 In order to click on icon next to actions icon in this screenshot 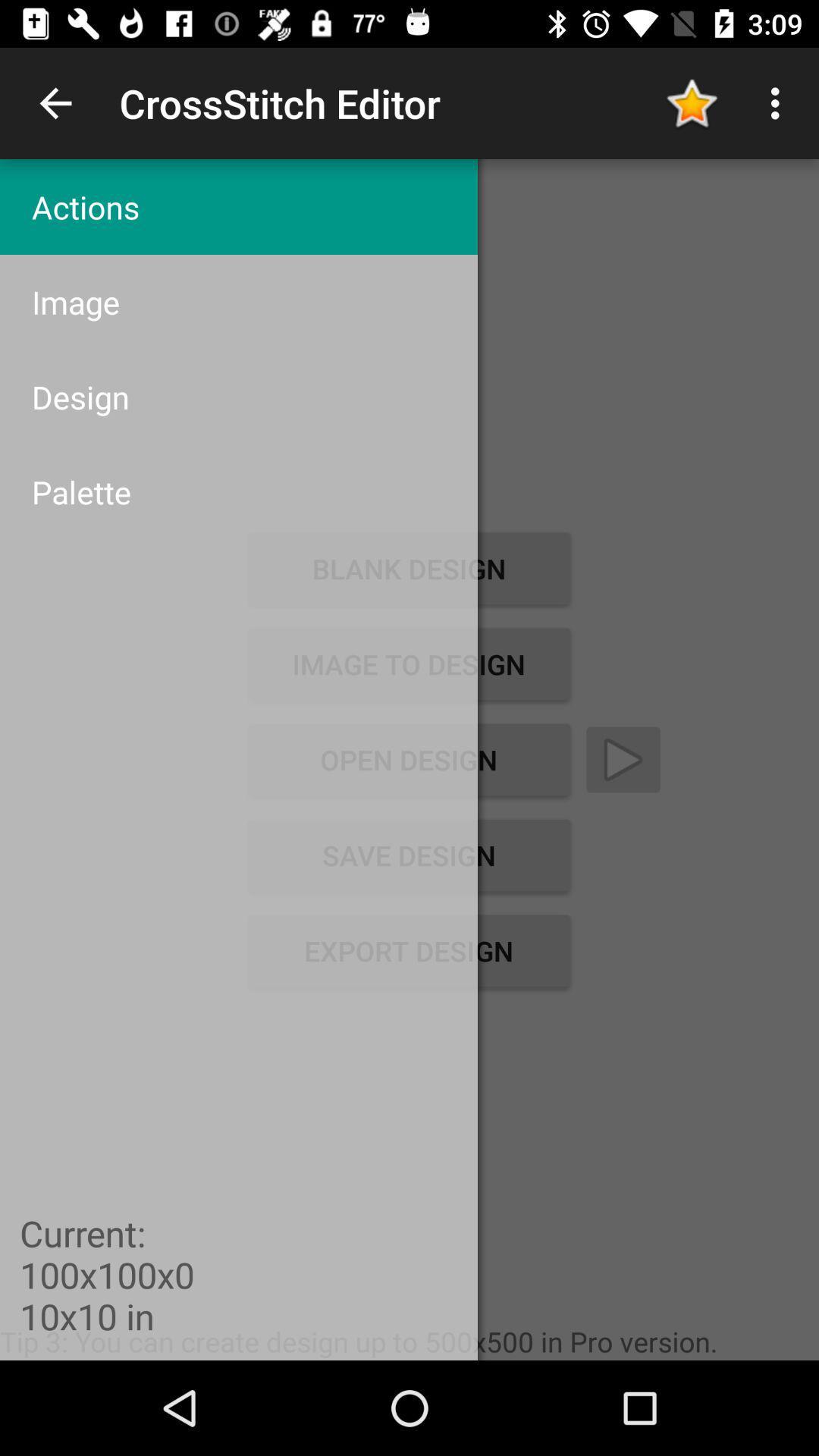, I will do `click(691, 102)`.